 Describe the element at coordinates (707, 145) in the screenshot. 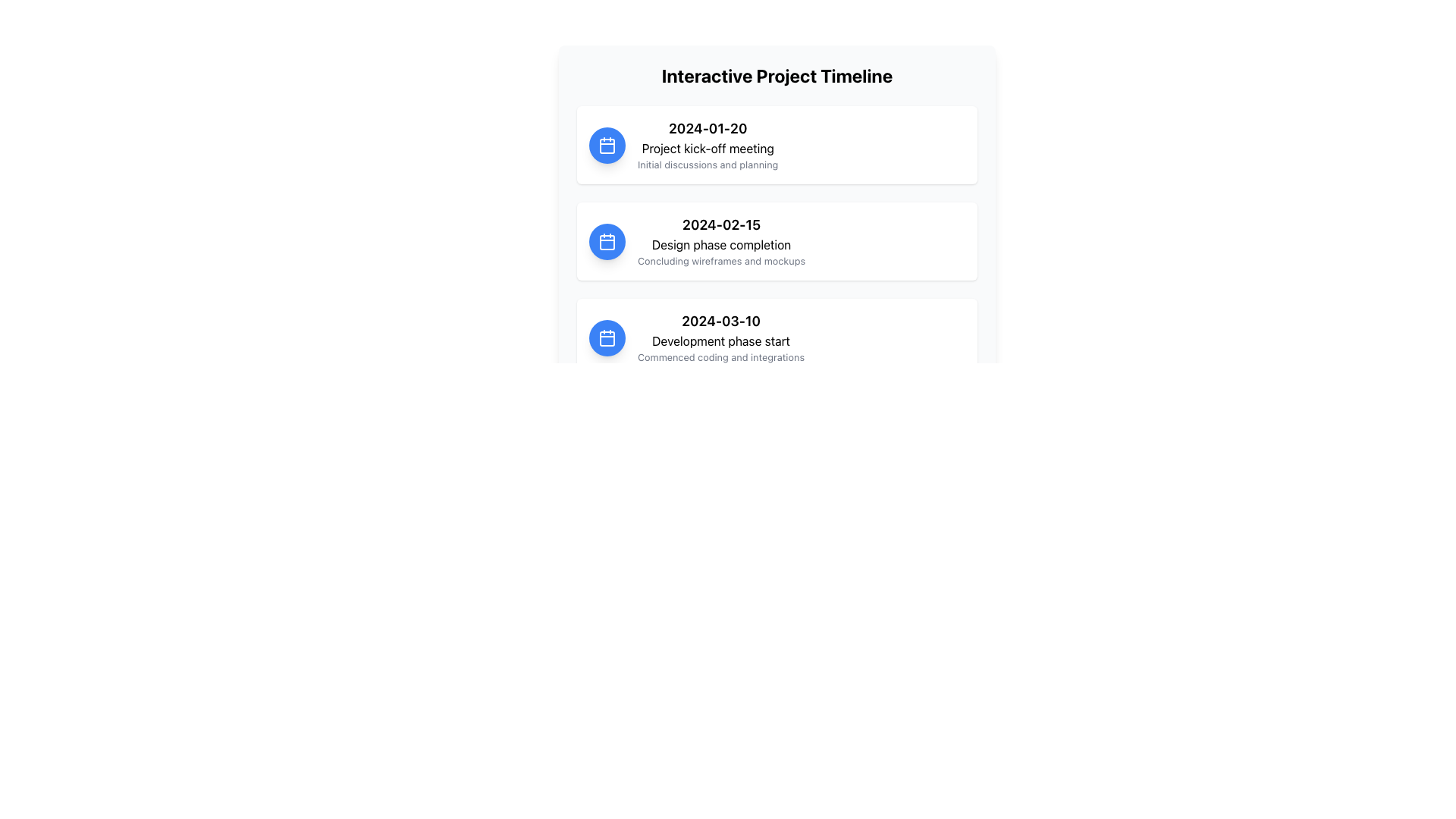

I see `the text block displaying the event 'Project kick-off meeting' in the vertical timeline interface, located to the right of the calendar icon` at that location.